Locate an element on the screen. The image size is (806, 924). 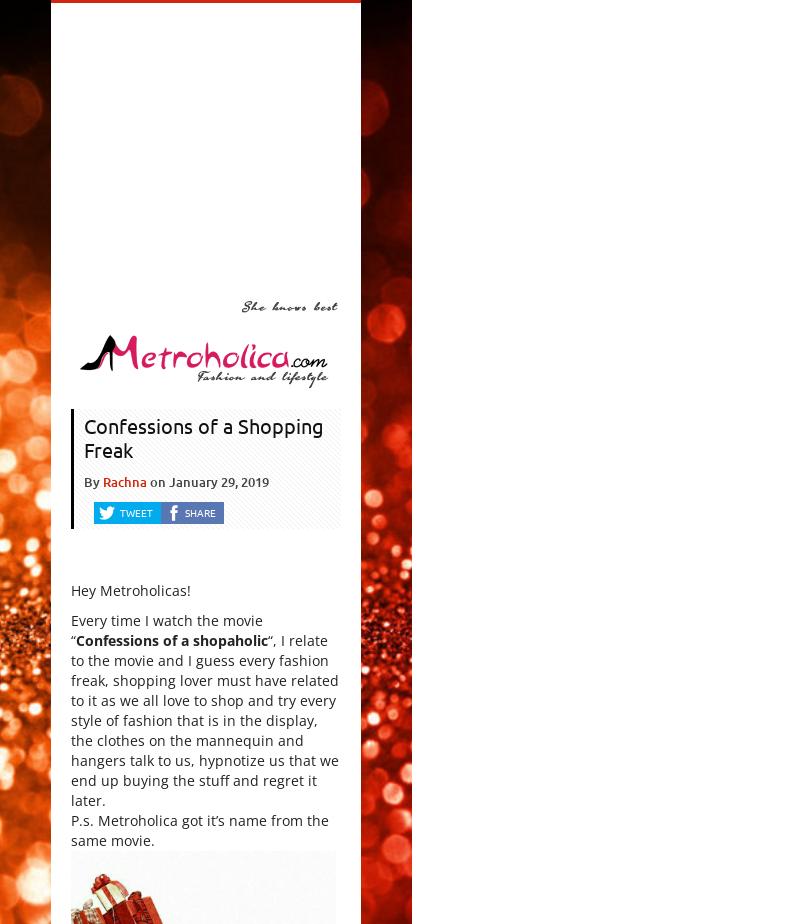
'on' is located at coordinates (157, 481).